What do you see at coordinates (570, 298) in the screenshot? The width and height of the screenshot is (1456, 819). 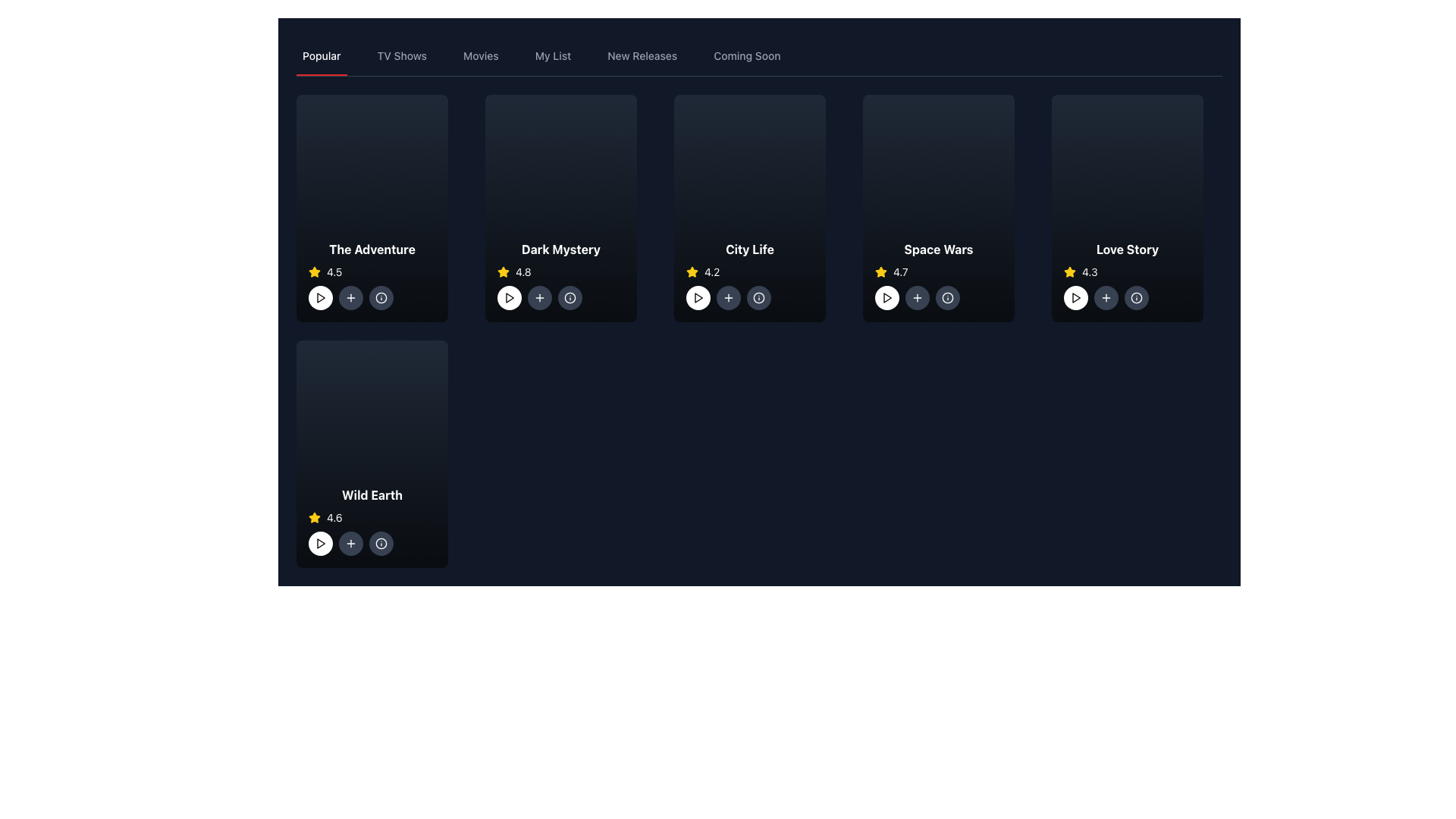 I see `the circular gray button with an info icon labeled 'i' located in the horizontal action bar under the 'Dark Mystery' card` at bounding box center [570, 298].